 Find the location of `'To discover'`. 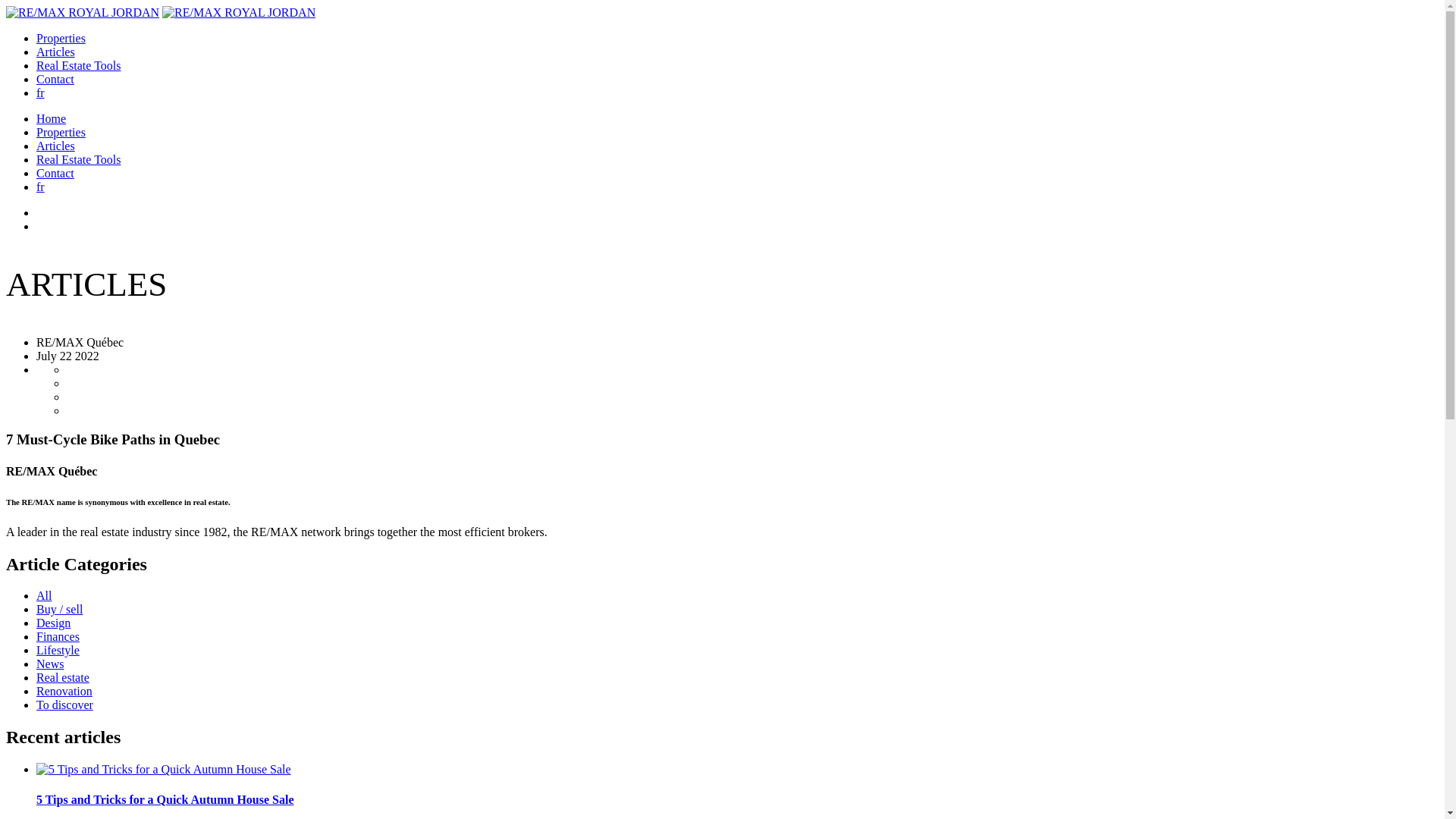

'To discover' is located at coordinates (64, 704).